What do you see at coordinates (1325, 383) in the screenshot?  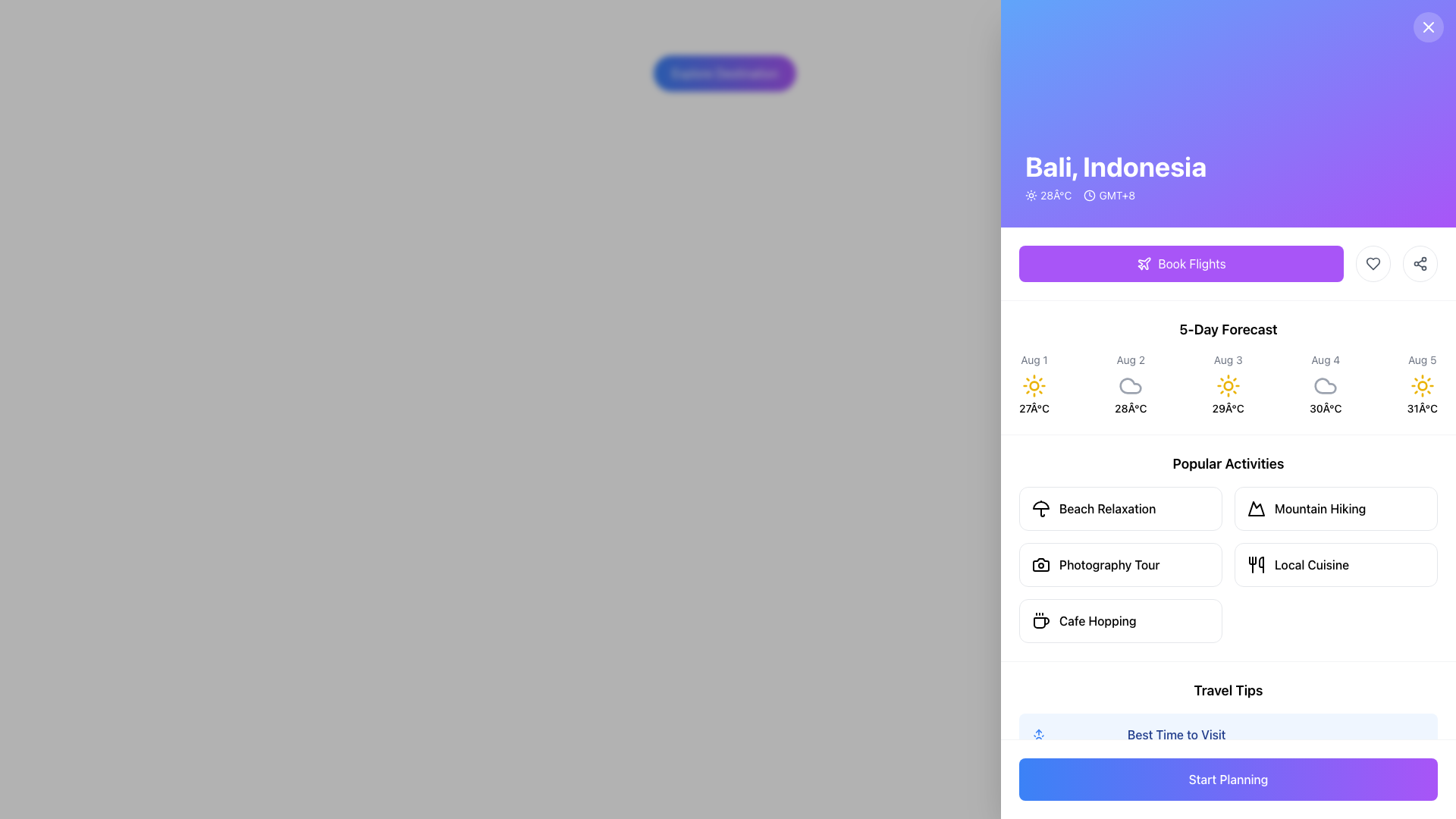 I see `displayed temperature from the fourth weather forecast tile in the 5-day forecast grid, located between 'Aug 3 29°C' and 'Aug 5 31°C'` at bounding box center [1325, 383].